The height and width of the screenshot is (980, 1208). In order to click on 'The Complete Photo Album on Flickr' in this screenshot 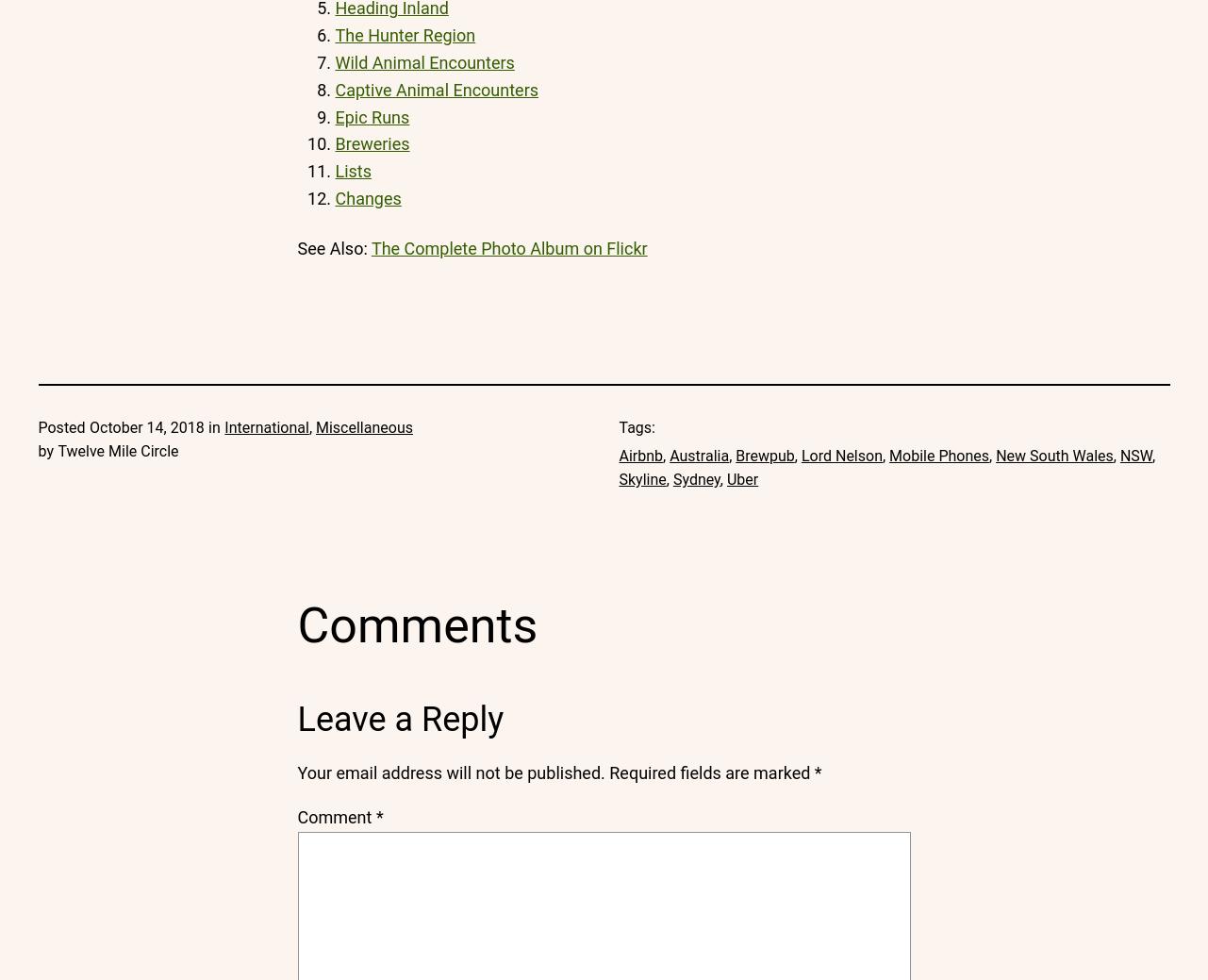, I will do `click(507, 247)`.